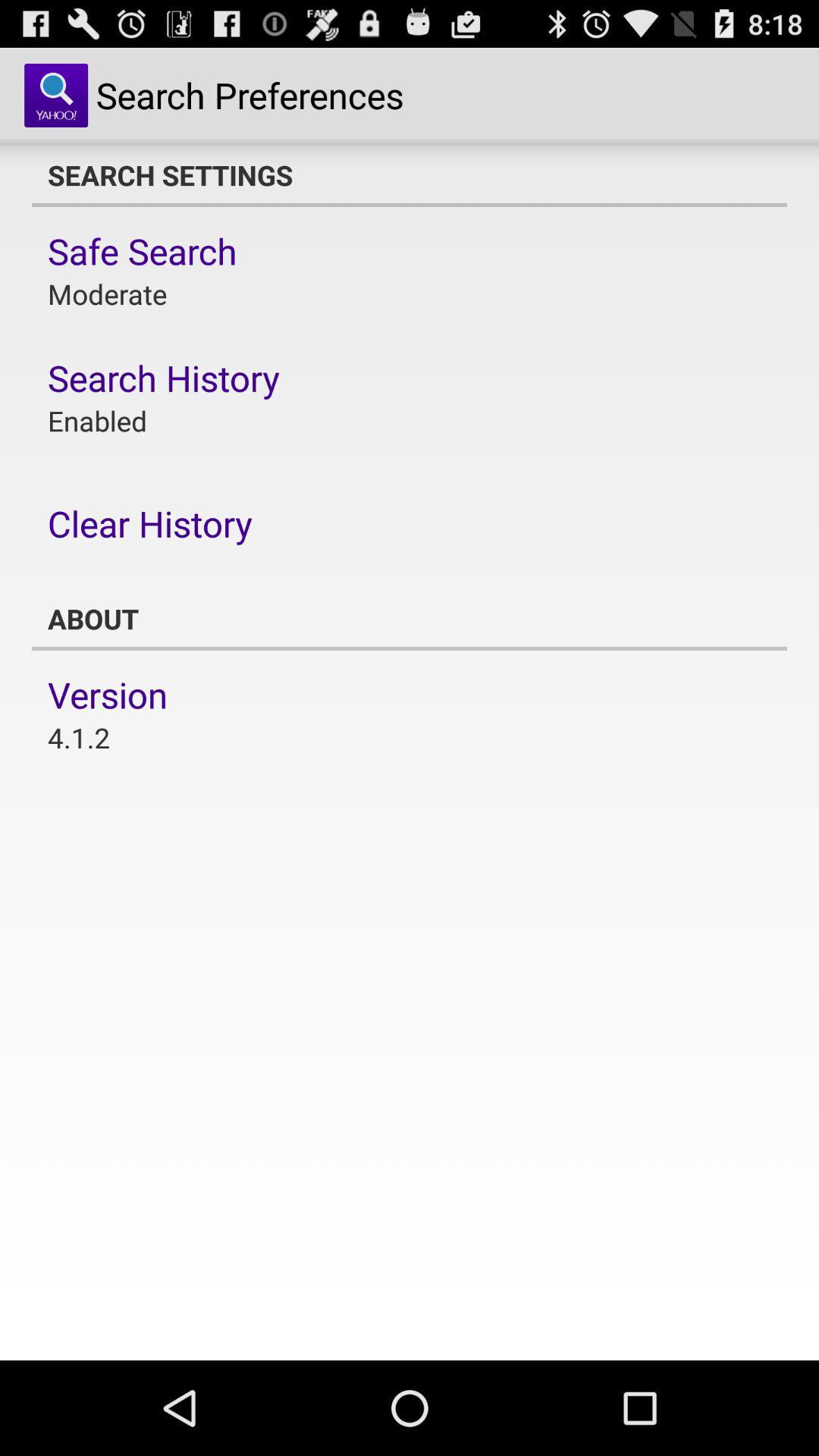 The width and height of the screenshot is (819, 1456). Describe the element at coordinates (409, 619) in the screenshot. I see `item below clear history` at that location.